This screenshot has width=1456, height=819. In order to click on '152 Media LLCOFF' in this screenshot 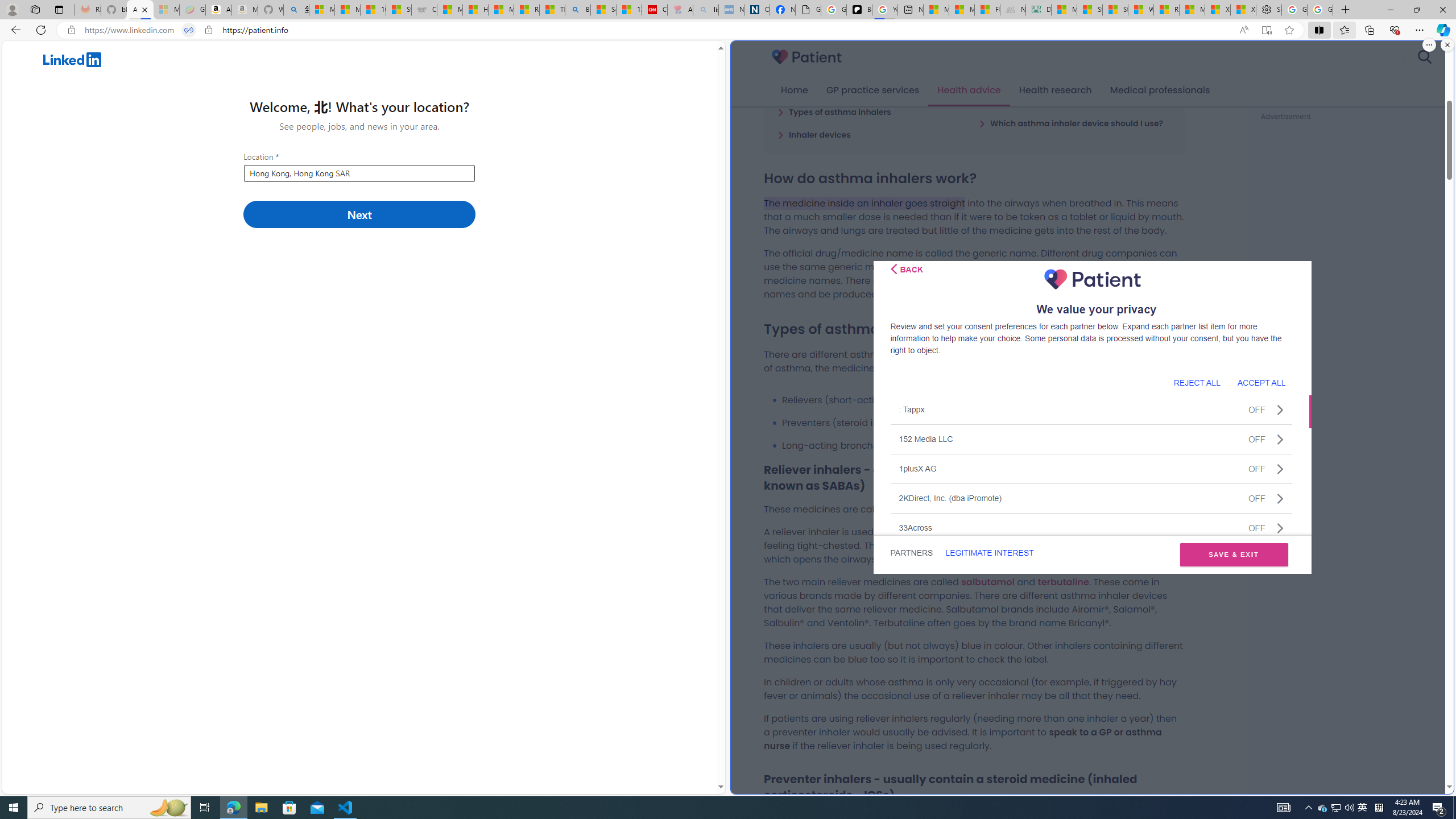, I will do `click(1090, 438)`.